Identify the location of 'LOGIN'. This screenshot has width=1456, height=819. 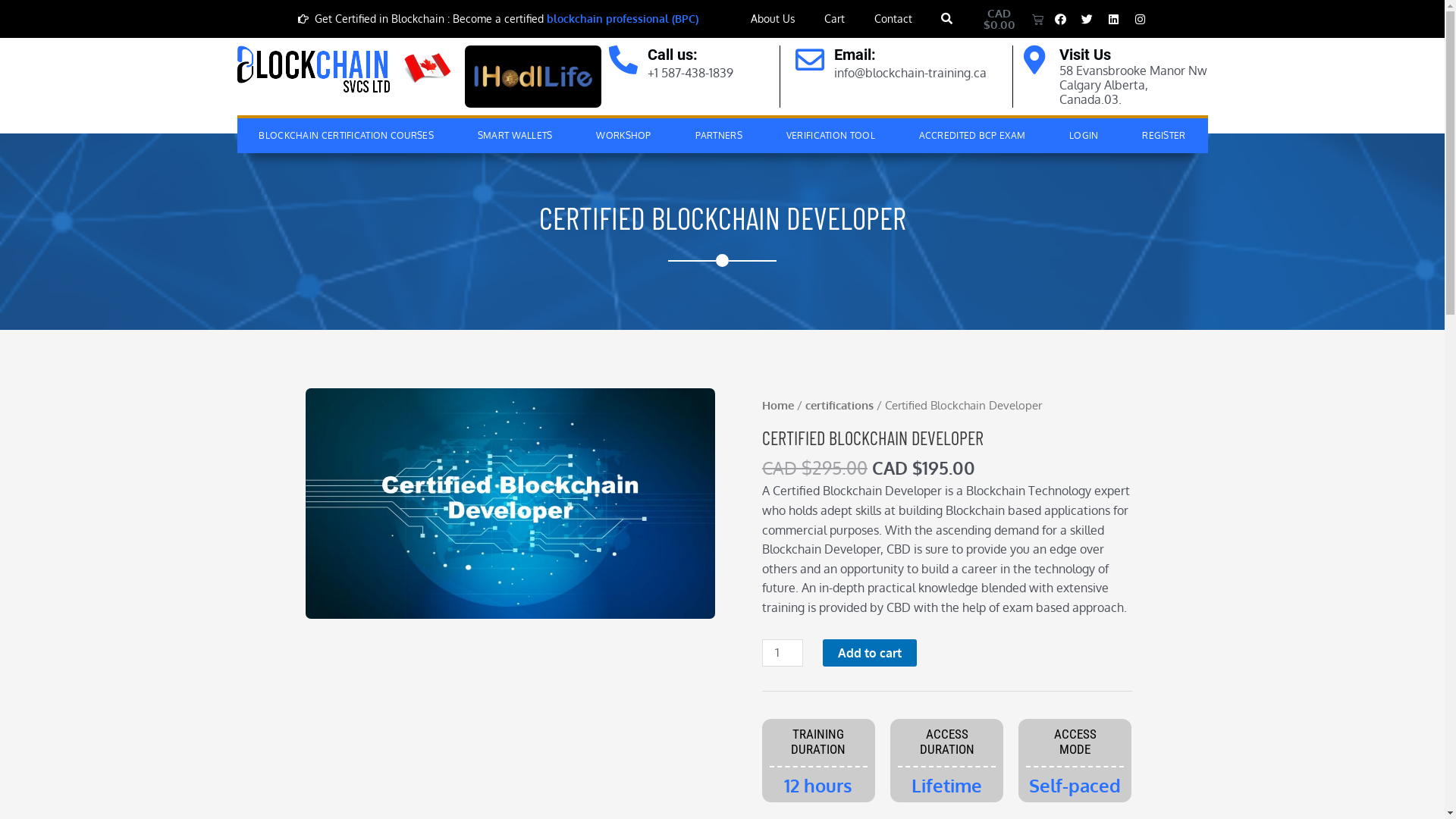
(1083, 134).